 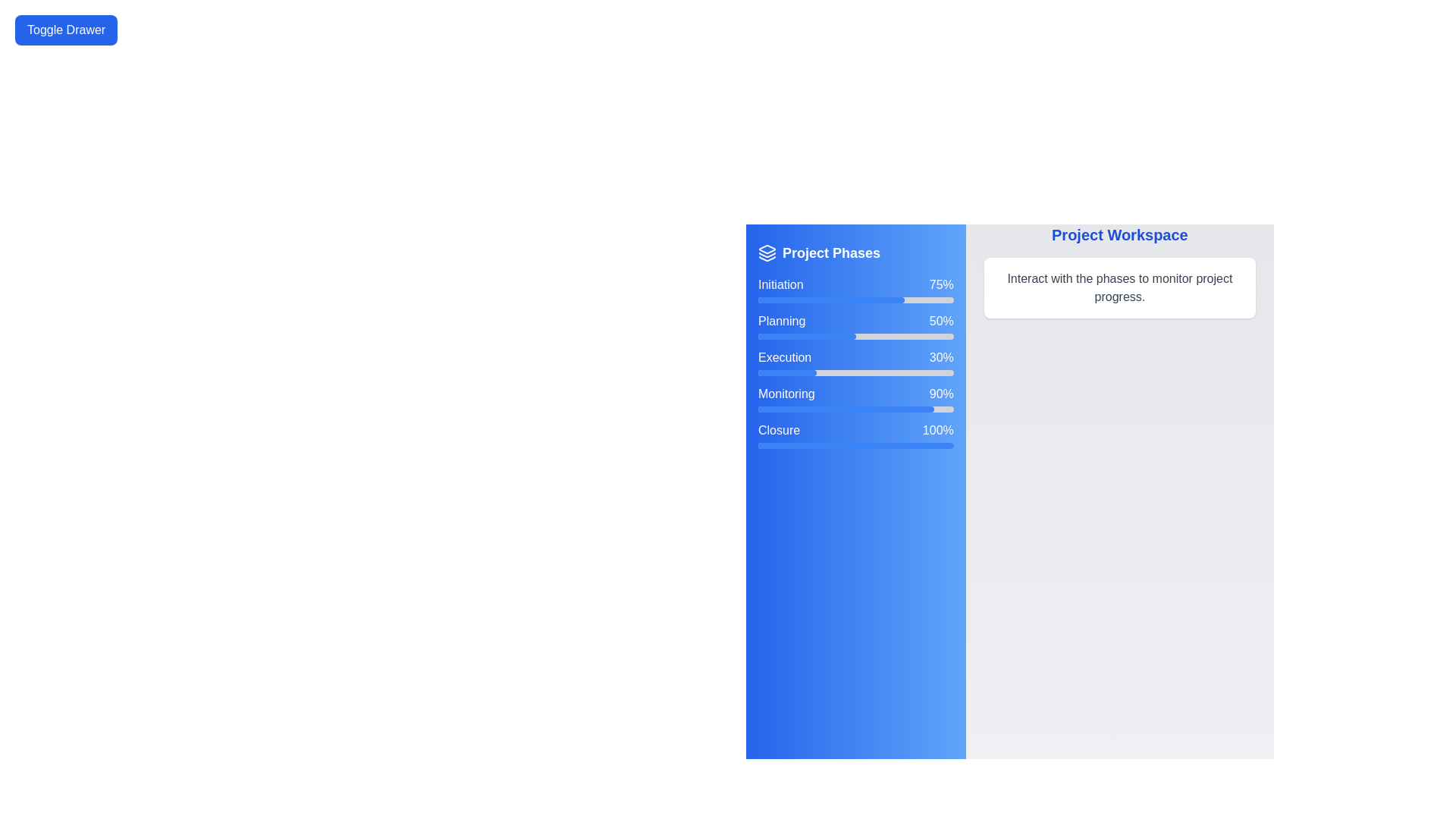 What do you see at coordinates (65, 30) in the screenshot?
I see `the 'Toggle Drawer' button to toggle the visibility of the drawer` at bounding box center [65, 30].